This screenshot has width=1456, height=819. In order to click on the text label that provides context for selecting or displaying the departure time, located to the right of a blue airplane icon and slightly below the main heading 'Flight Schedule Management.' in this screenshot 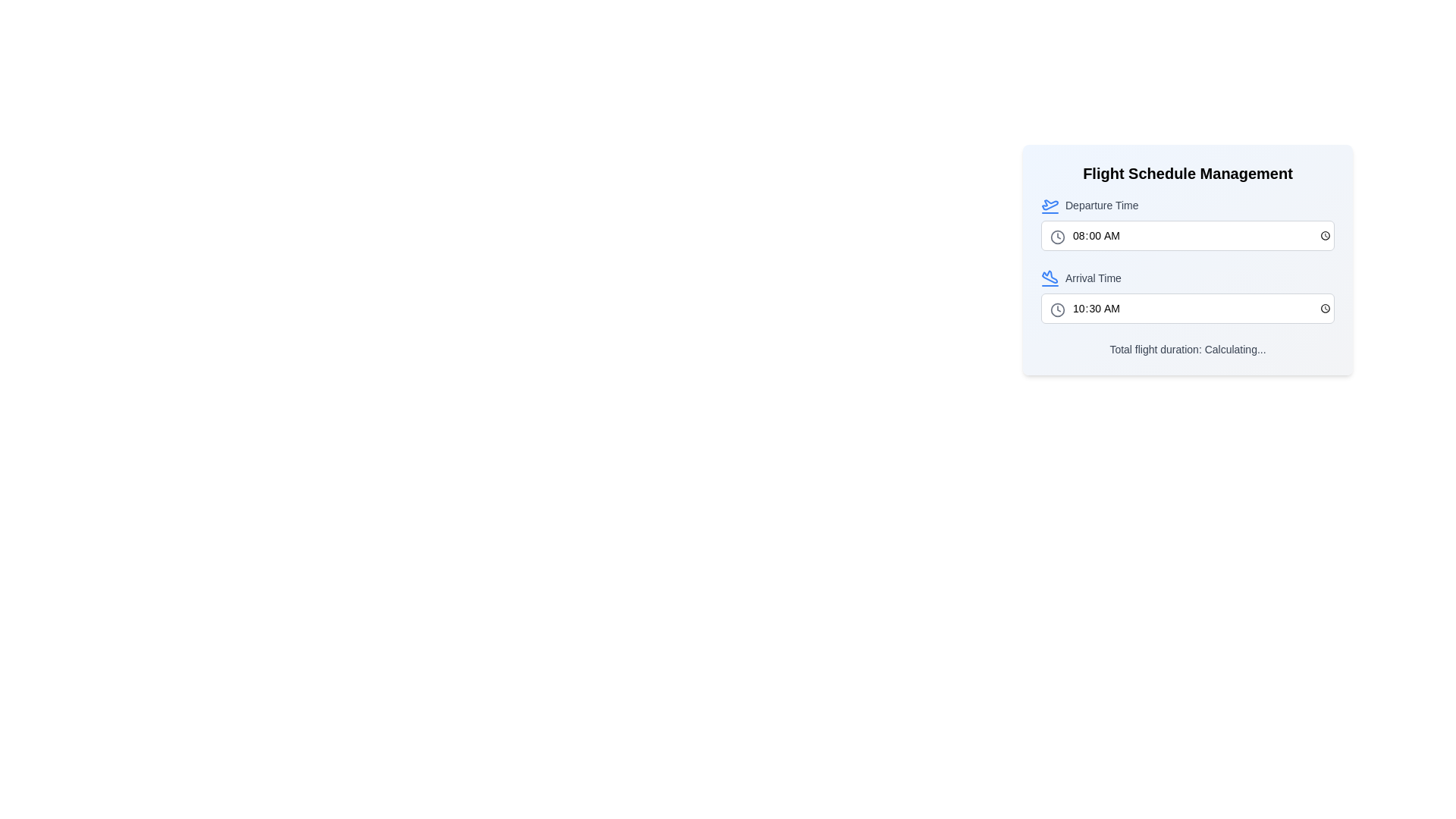, I will do `click(1102, 205)`.